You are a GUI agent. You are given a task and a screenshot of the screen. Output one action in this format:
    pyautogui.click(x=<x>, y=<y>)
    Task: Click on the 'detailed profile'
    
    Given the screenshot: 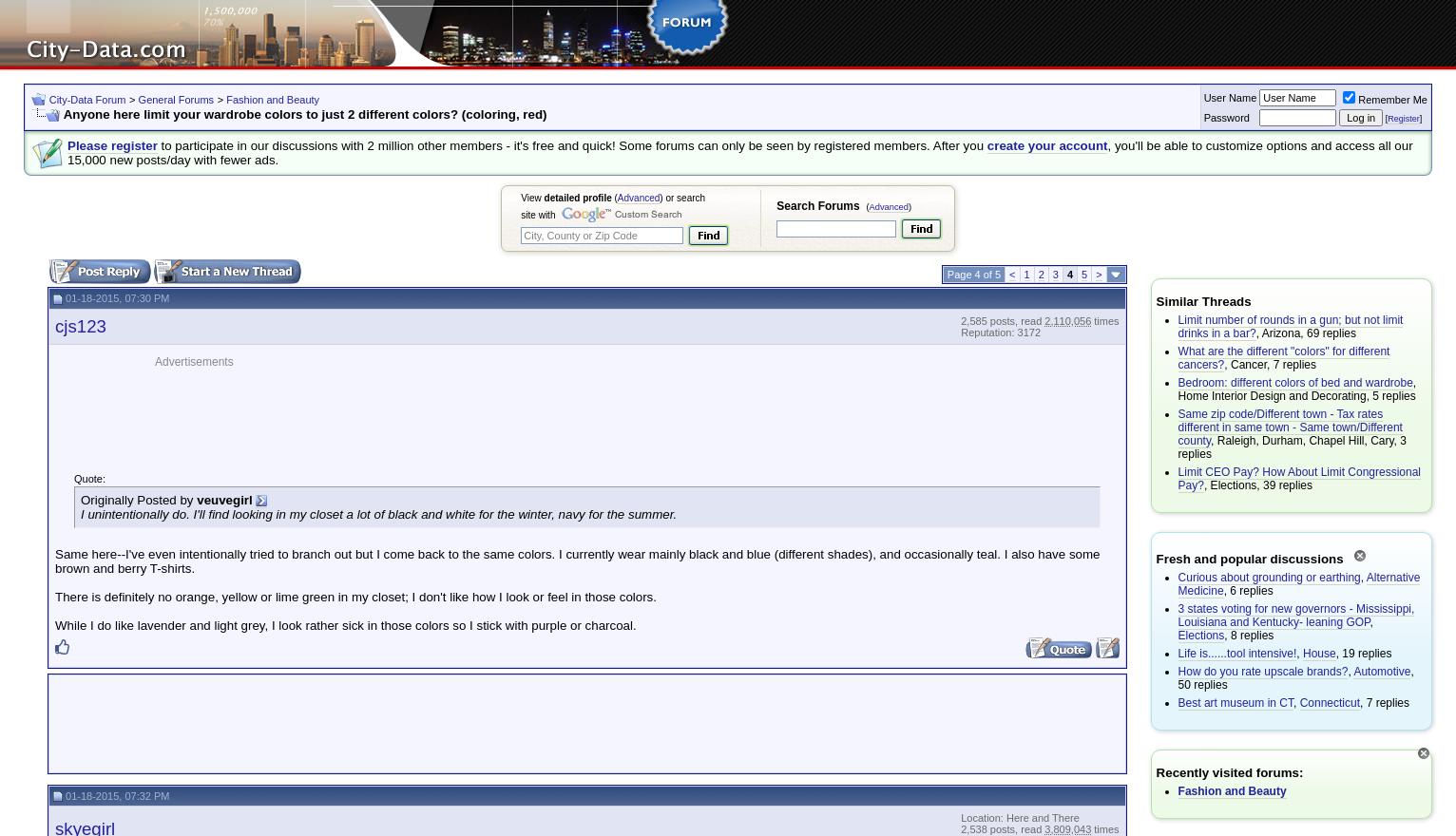 What is the action you would take?
    pyautogui.click(x=543, y=198)
    